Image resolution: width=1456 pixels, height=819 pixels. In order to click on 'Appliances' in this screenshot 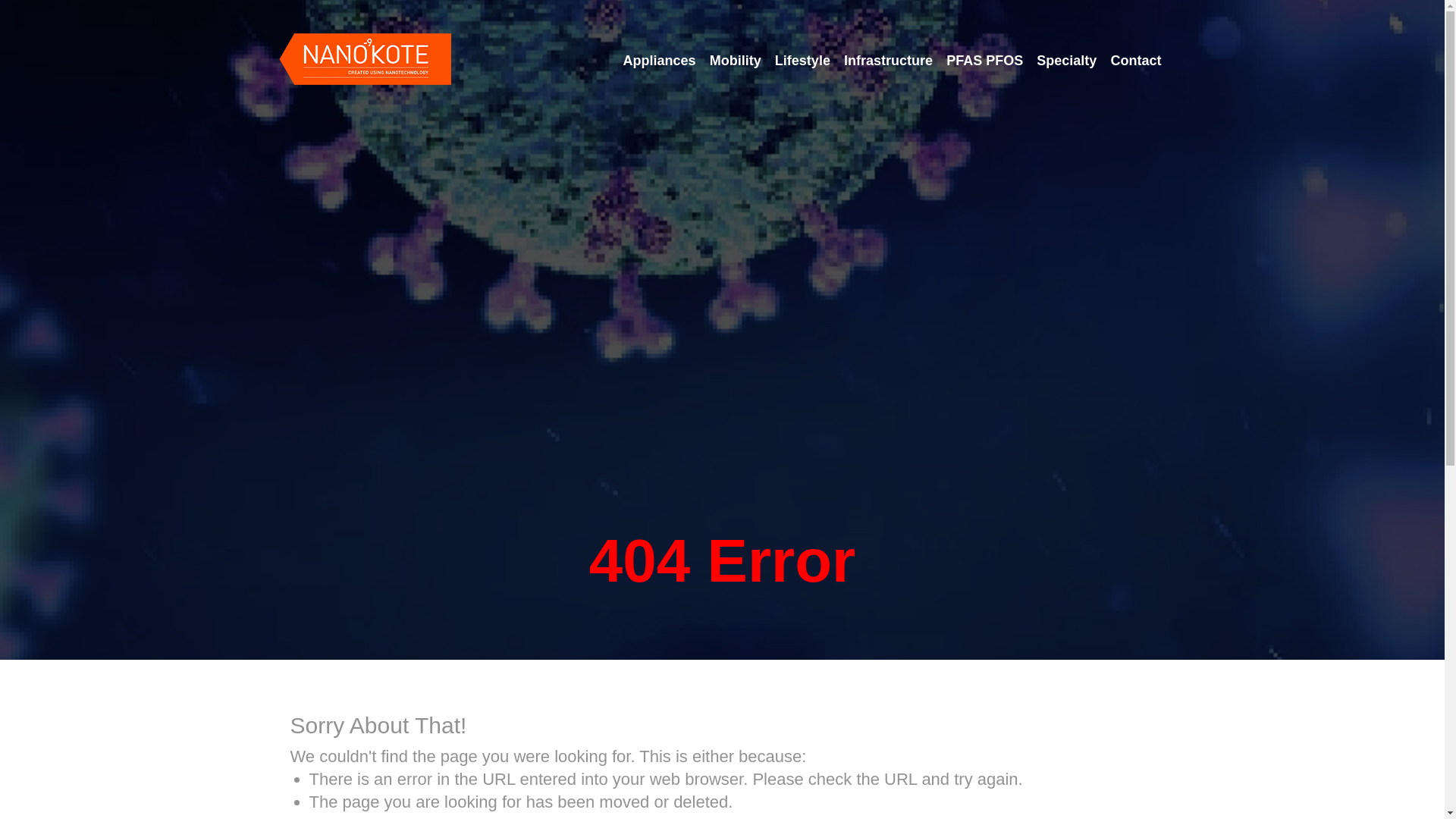, I will do `click(659, 60)`.